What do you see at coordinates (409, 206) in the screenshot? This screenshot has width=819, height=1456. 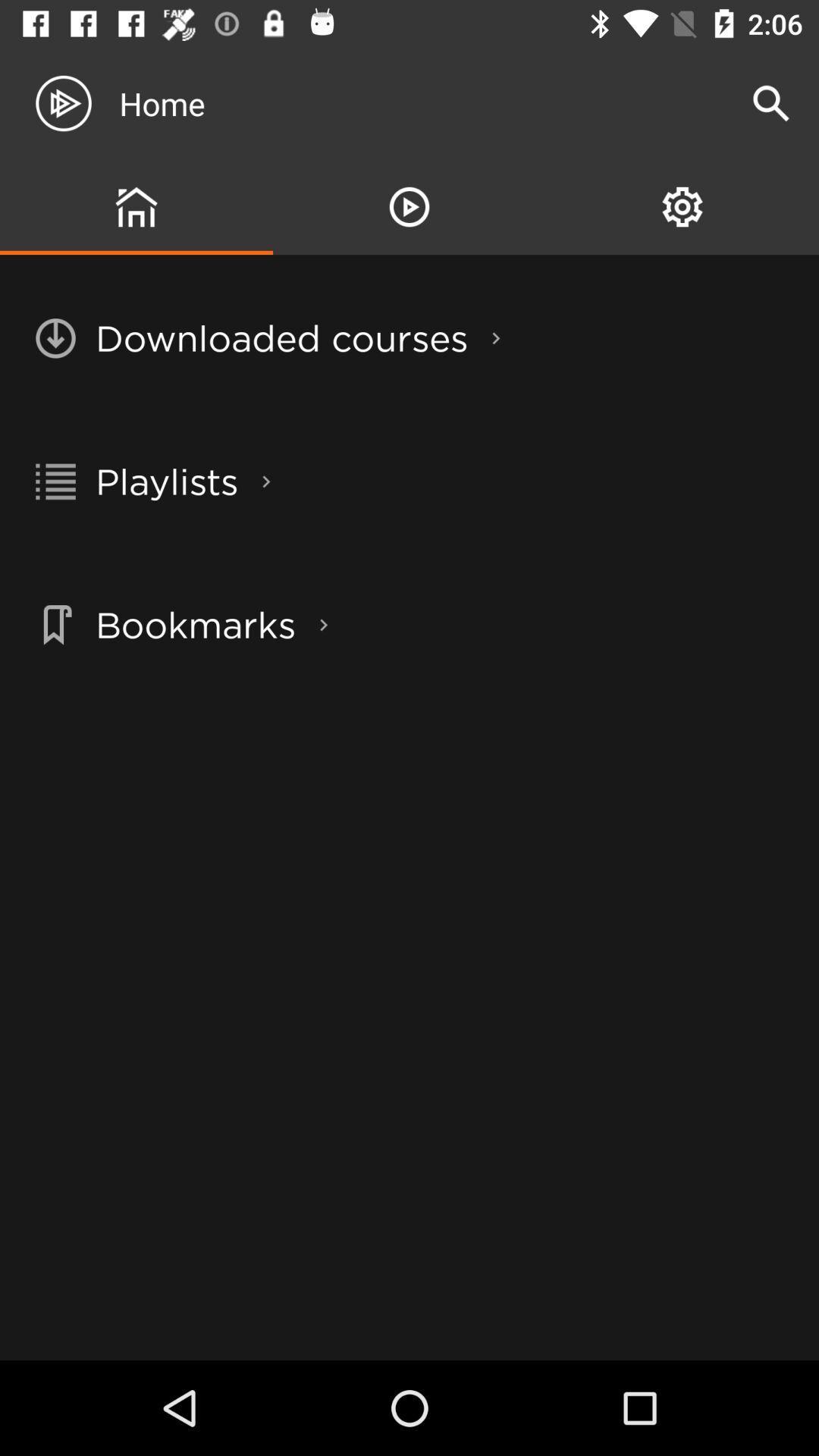 I see `the icon above downloaded courses` at bounding box center [409, 206].